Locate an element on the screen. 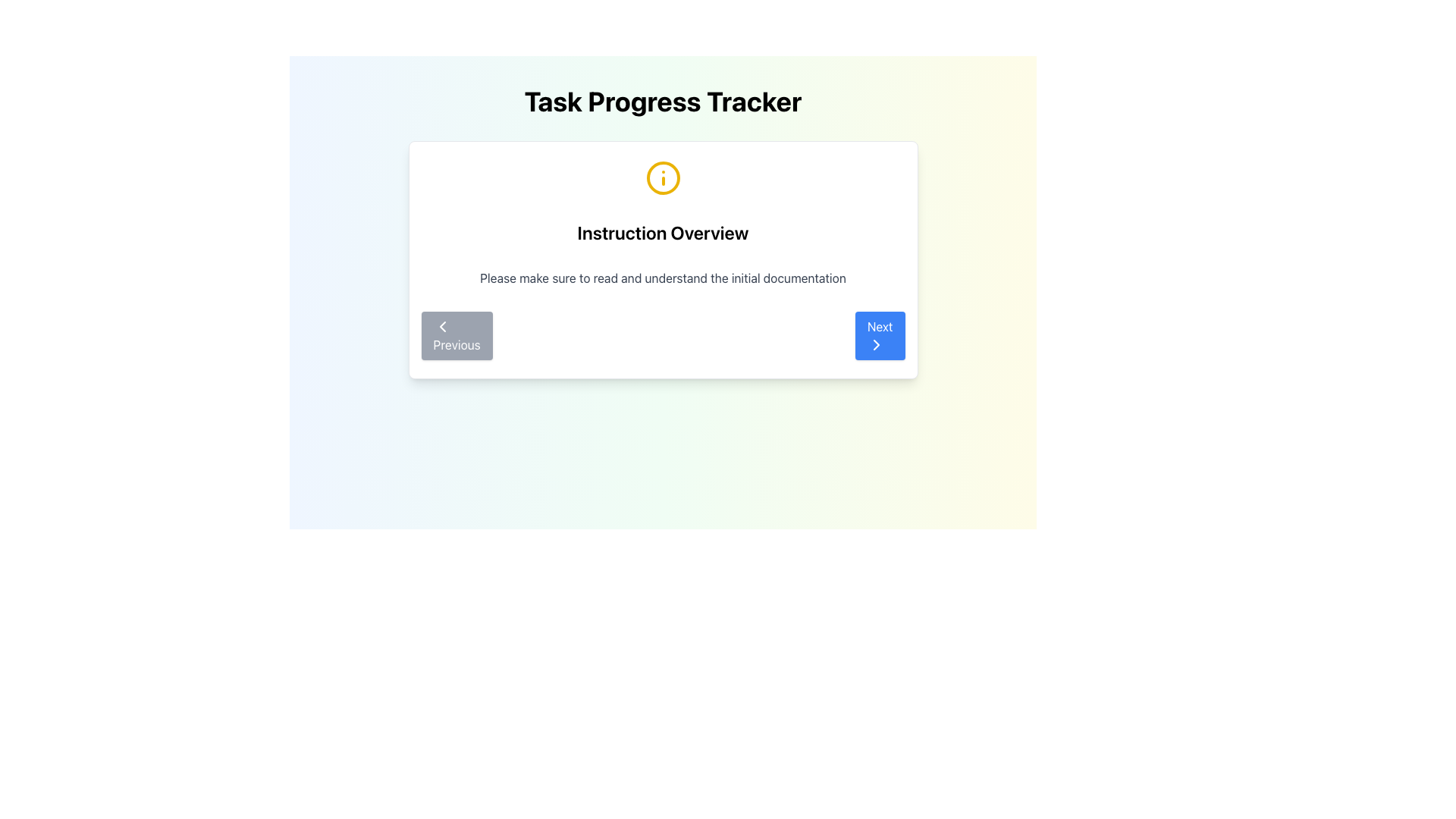 The height and width of the screenshot is (819, 1456). the button located on the far-right side of the horizontal button group is located at coordinates (880, 335).